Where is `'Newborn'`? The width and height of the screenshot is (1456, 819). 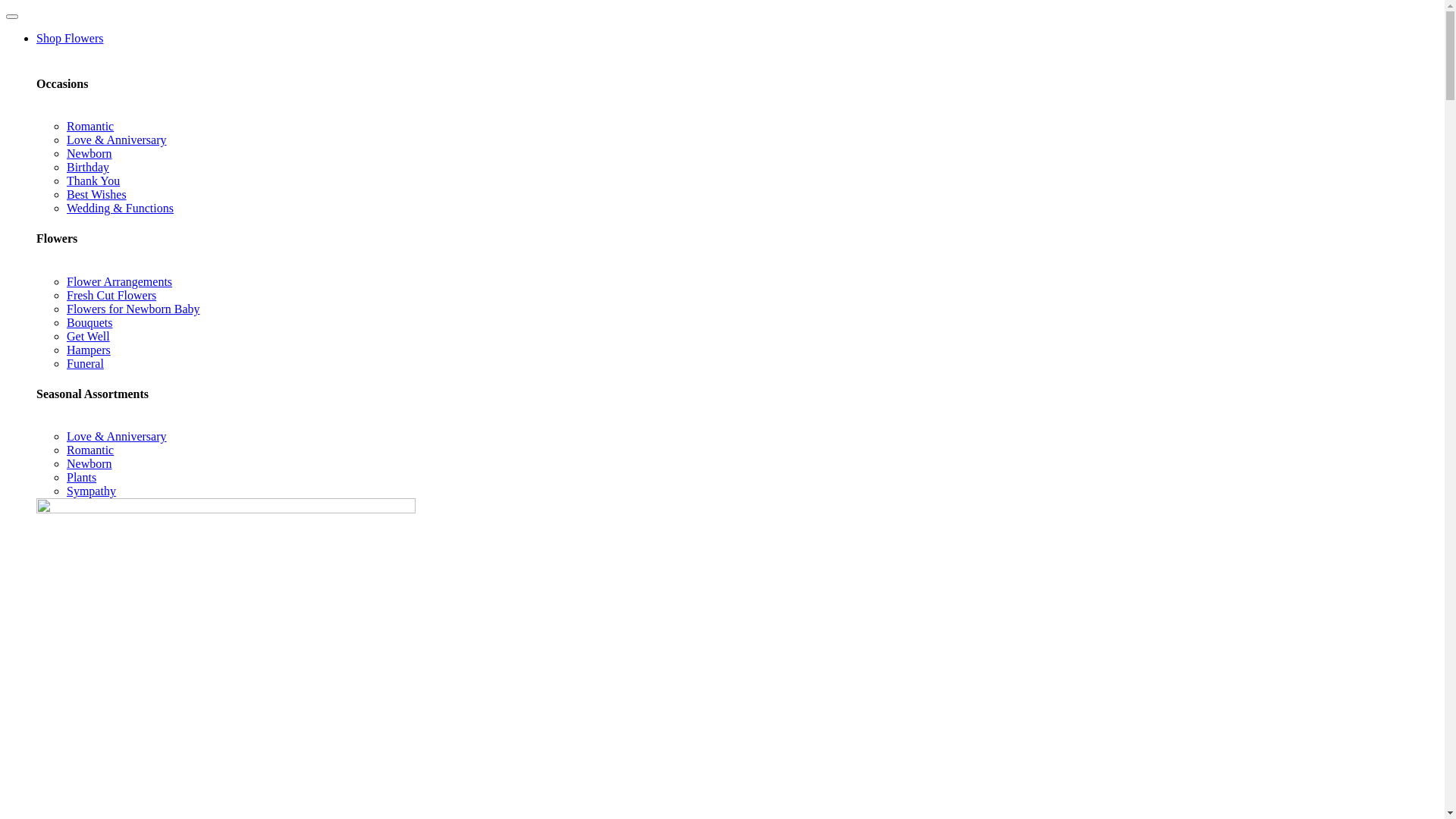 'Newborn' is located at coordinates (89, 463).